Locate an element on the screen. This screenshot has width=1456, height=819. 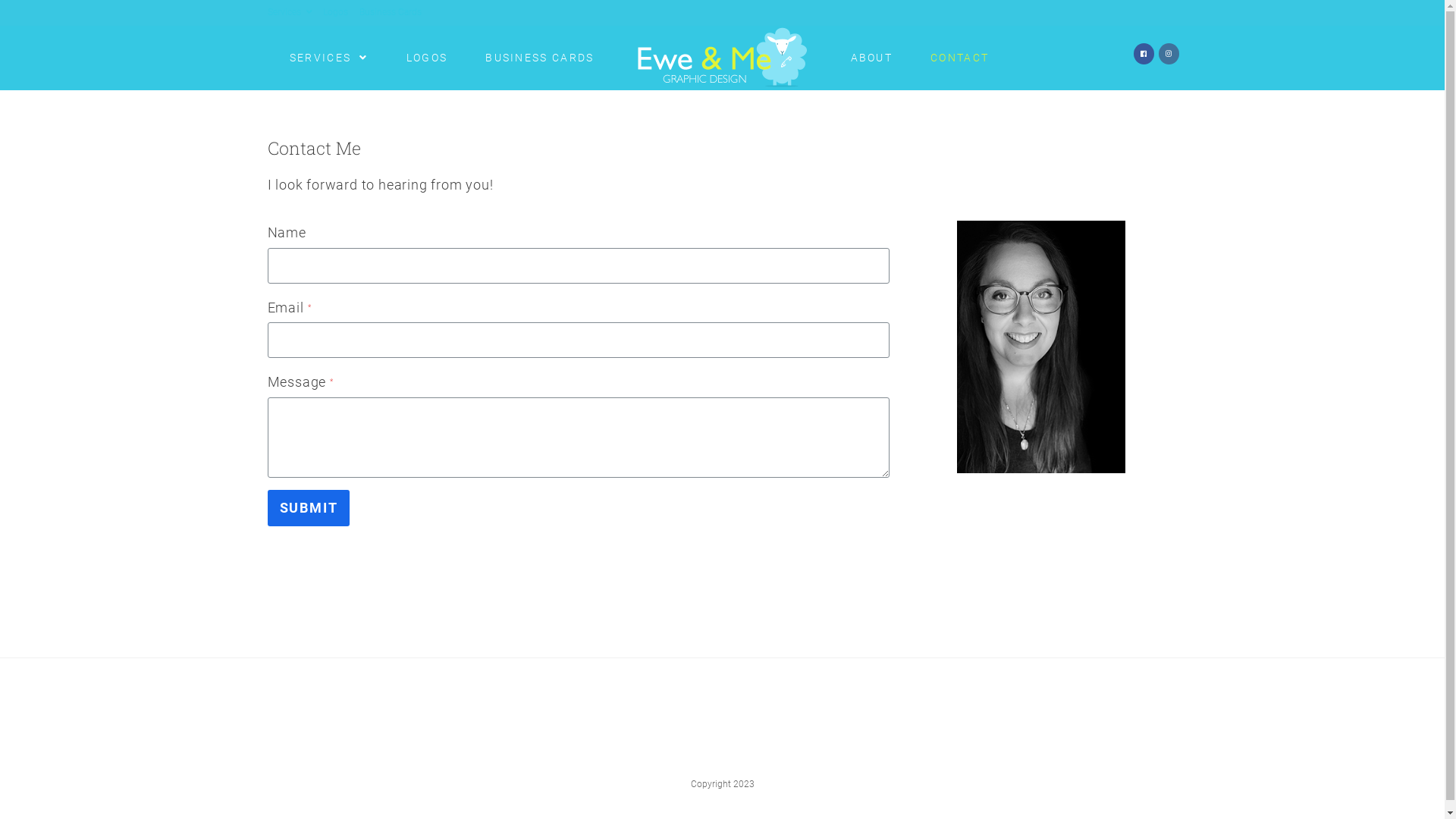
'CONTACT' is located at coordinates (959, 57).